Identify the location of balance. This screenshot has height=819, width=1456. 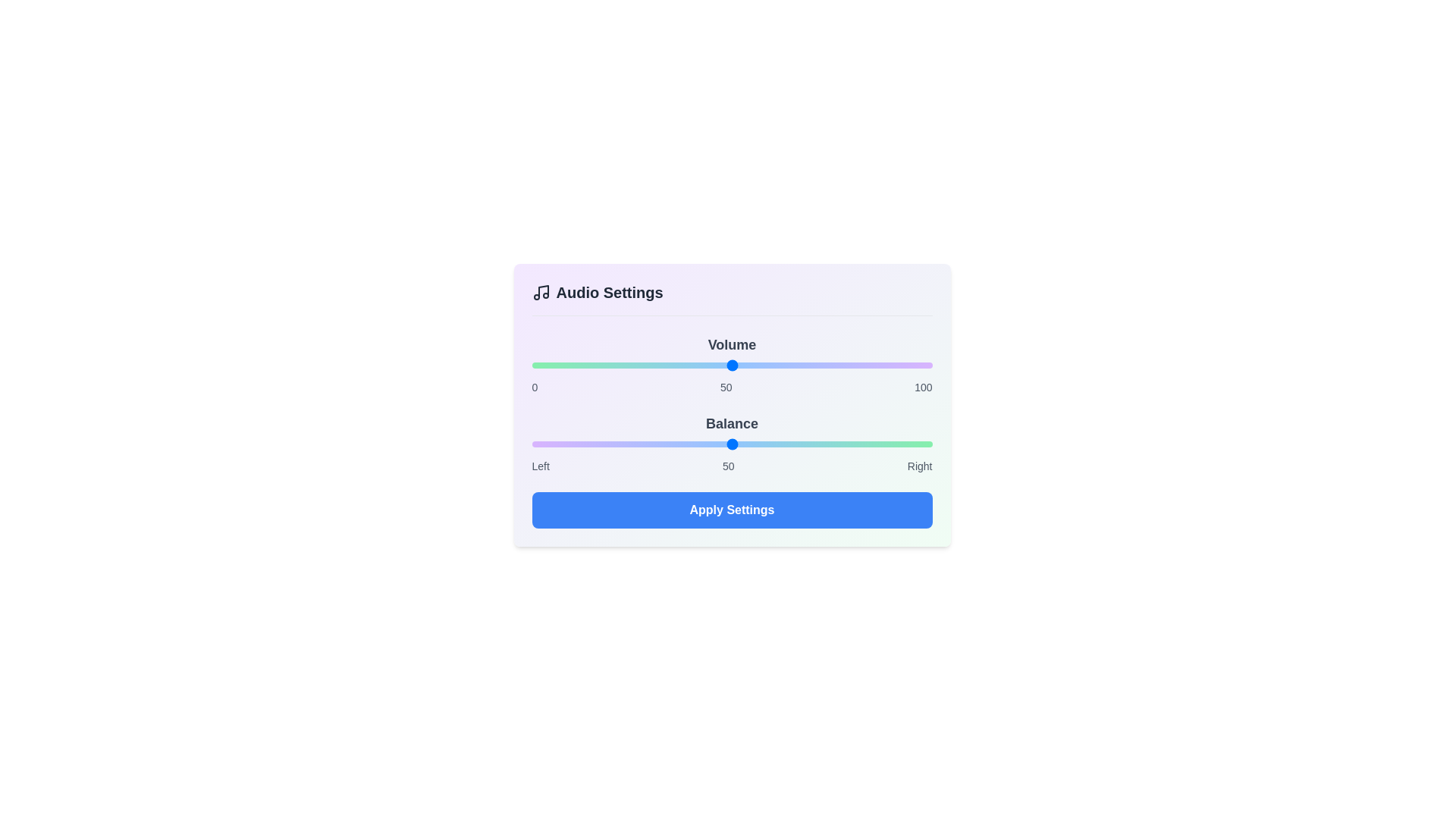
(876, 444).